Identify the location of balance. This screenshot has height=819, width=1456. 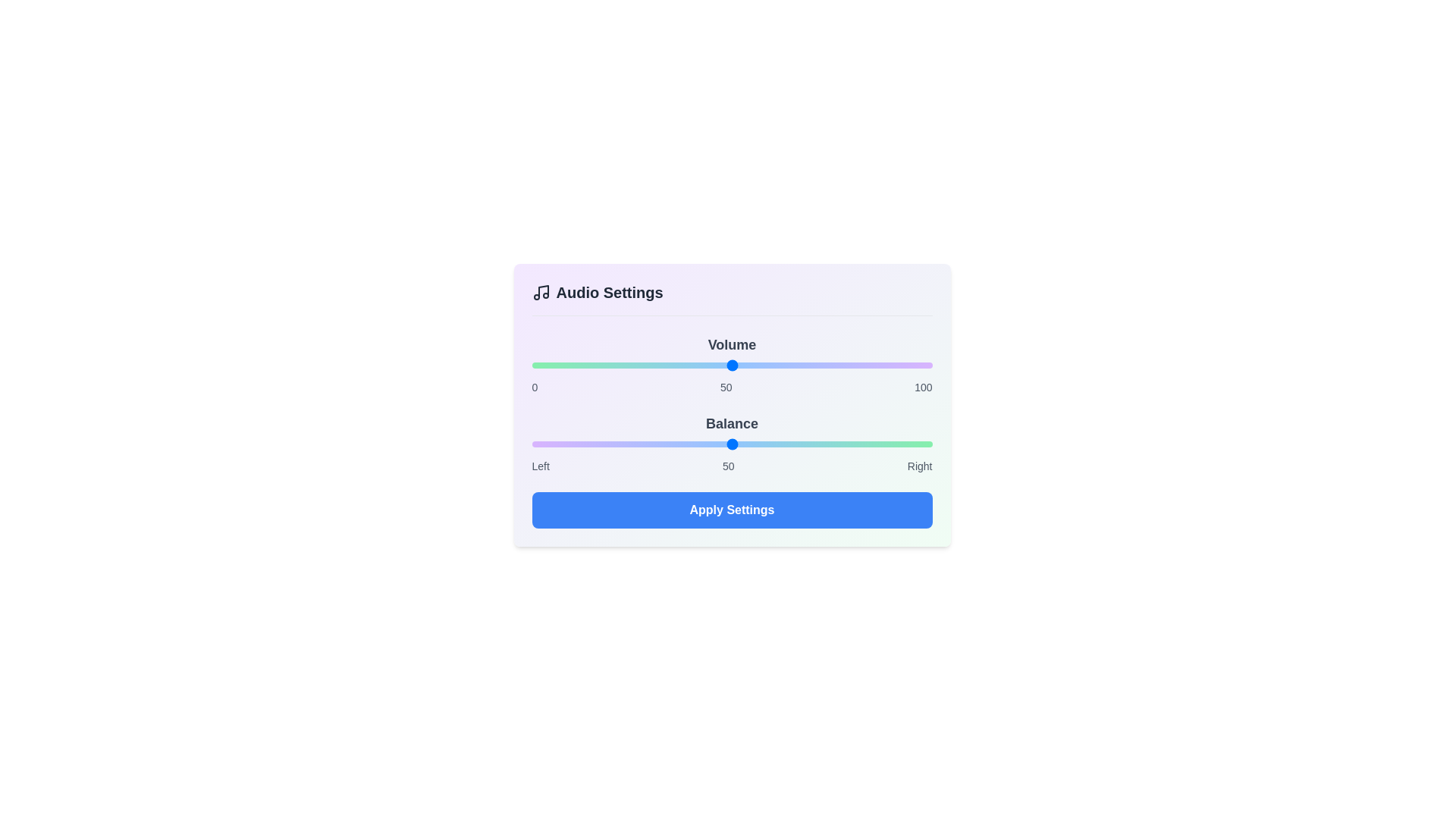
(876, 444).